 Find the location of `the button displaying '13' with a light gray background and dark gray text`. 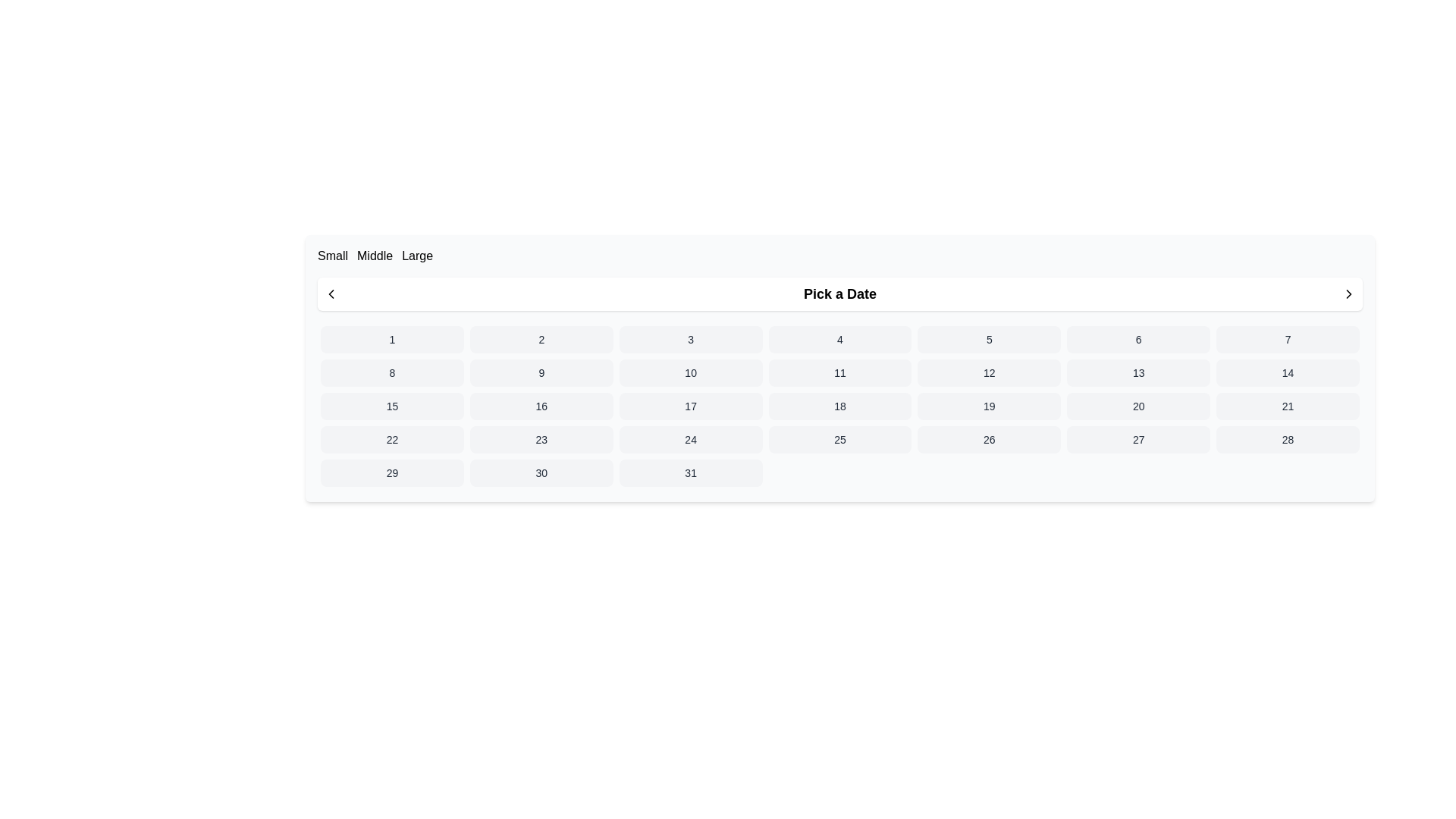

the button displaying '13' with a light gray background and dark gray text is located at coordinates (1138, 373).